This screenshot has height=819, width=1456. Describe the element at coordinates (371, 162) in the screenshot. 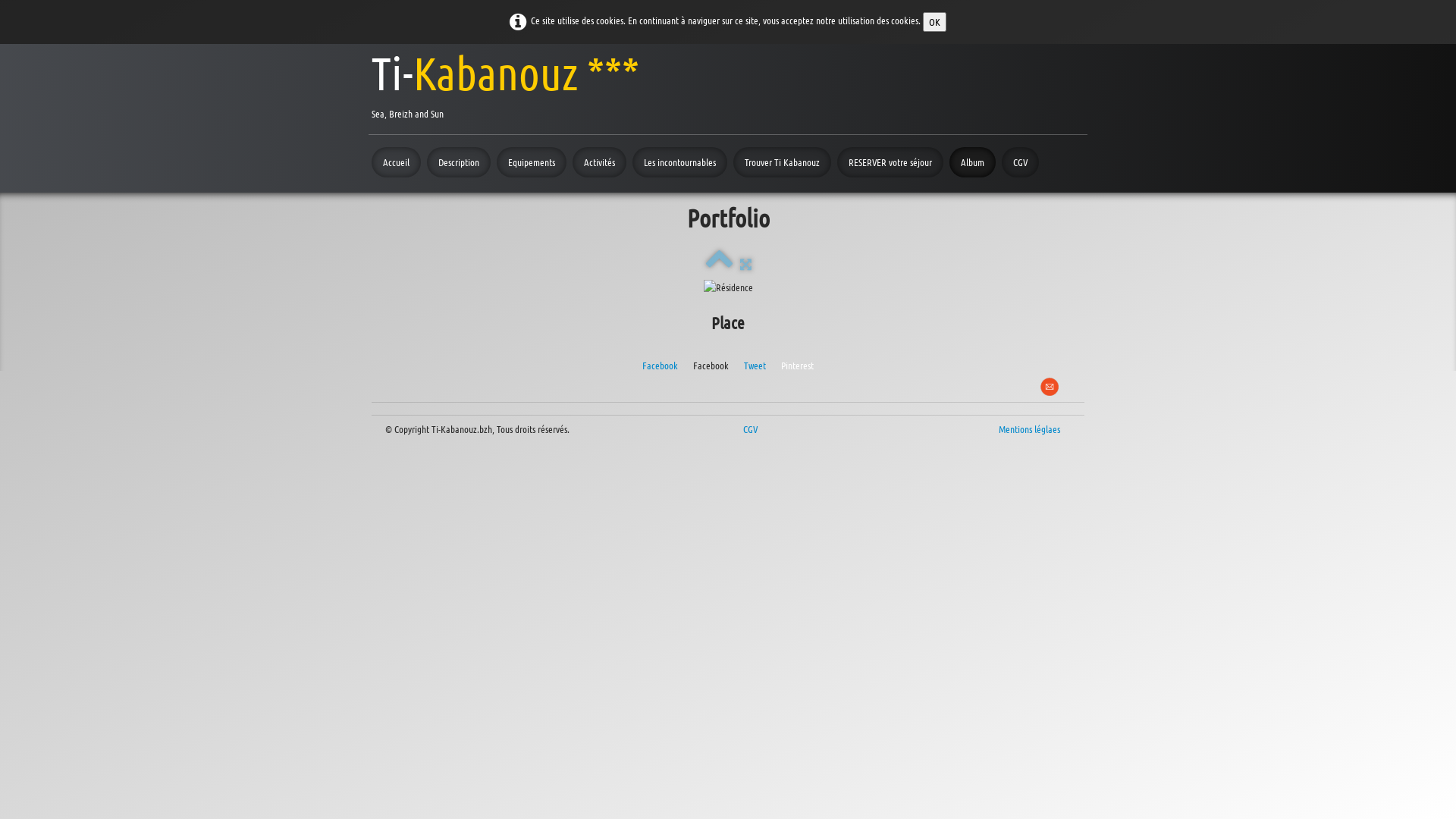

I see `'Accueil'` at that location.